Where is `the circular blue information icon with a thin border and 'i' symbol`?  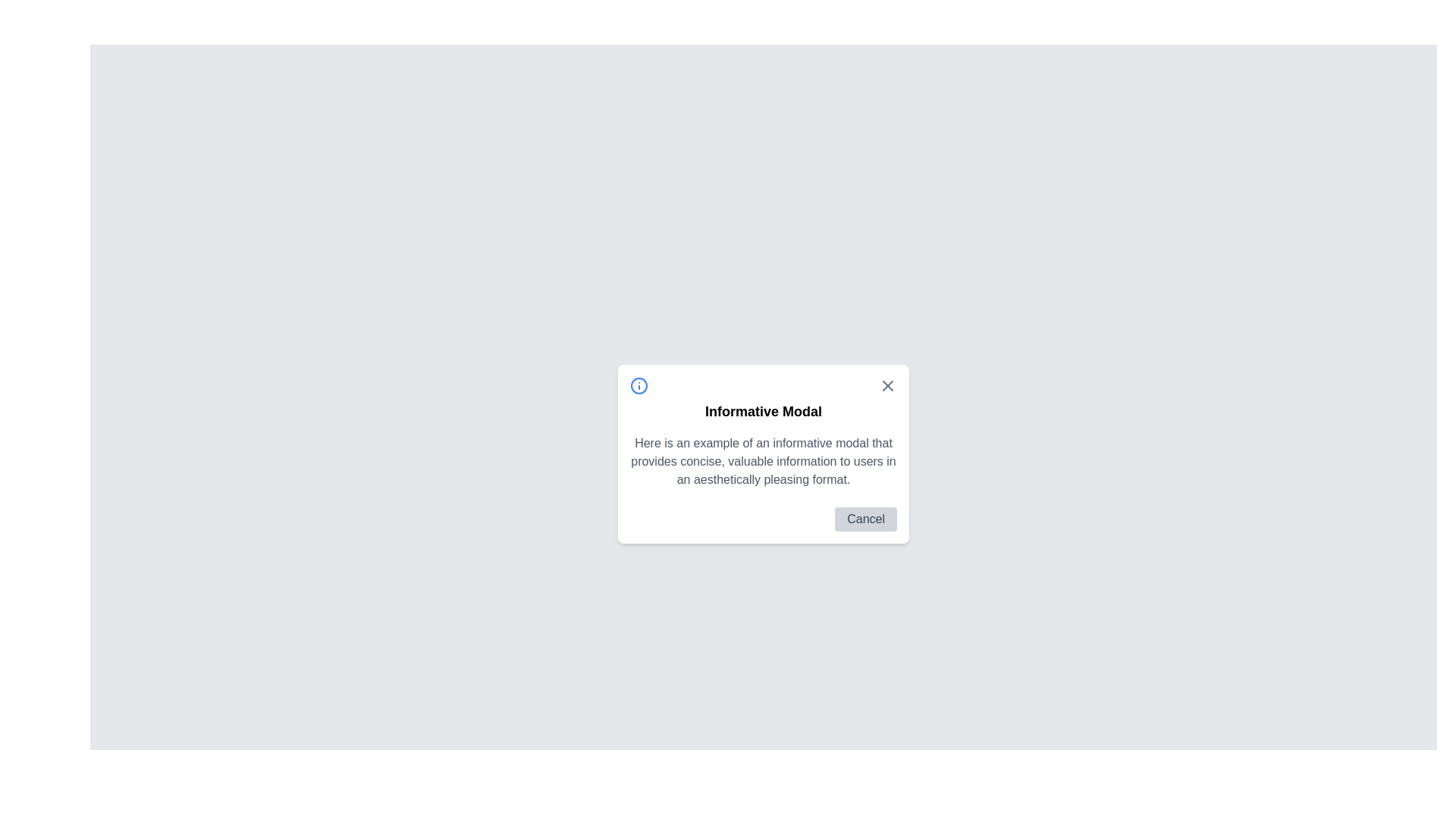 the circular blue information icon with a thin border and 'i' symbol is located at coordinates (639, 385).